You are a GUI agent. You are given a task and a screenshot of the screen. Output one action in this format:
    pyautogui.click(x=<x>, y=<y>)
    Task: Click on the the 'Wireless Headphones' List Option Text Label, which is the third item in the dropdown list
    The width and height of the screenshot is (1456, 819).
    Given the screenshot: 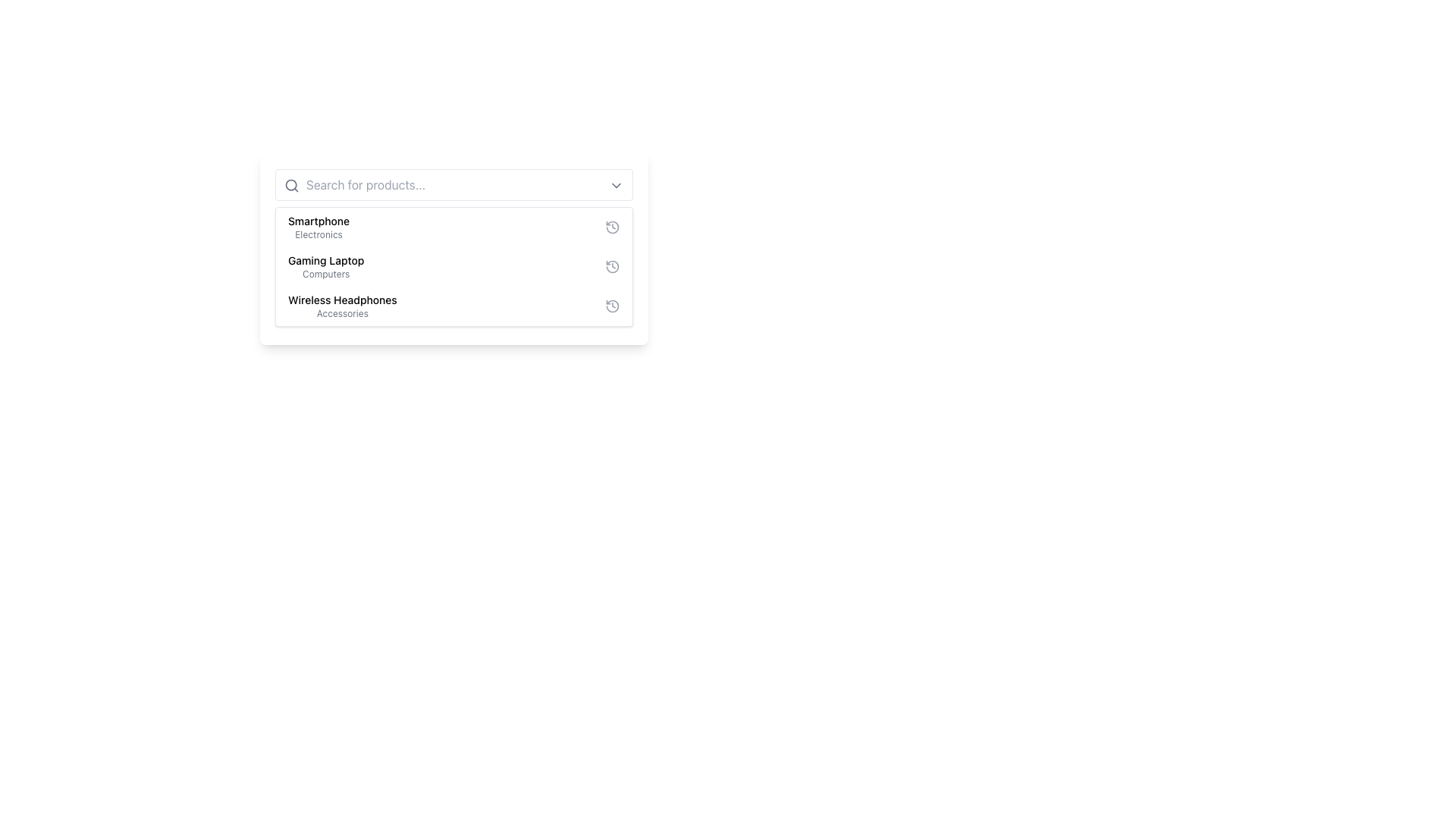 What is the action you would take?
    pyautogui.click(x=341, y=306)
    